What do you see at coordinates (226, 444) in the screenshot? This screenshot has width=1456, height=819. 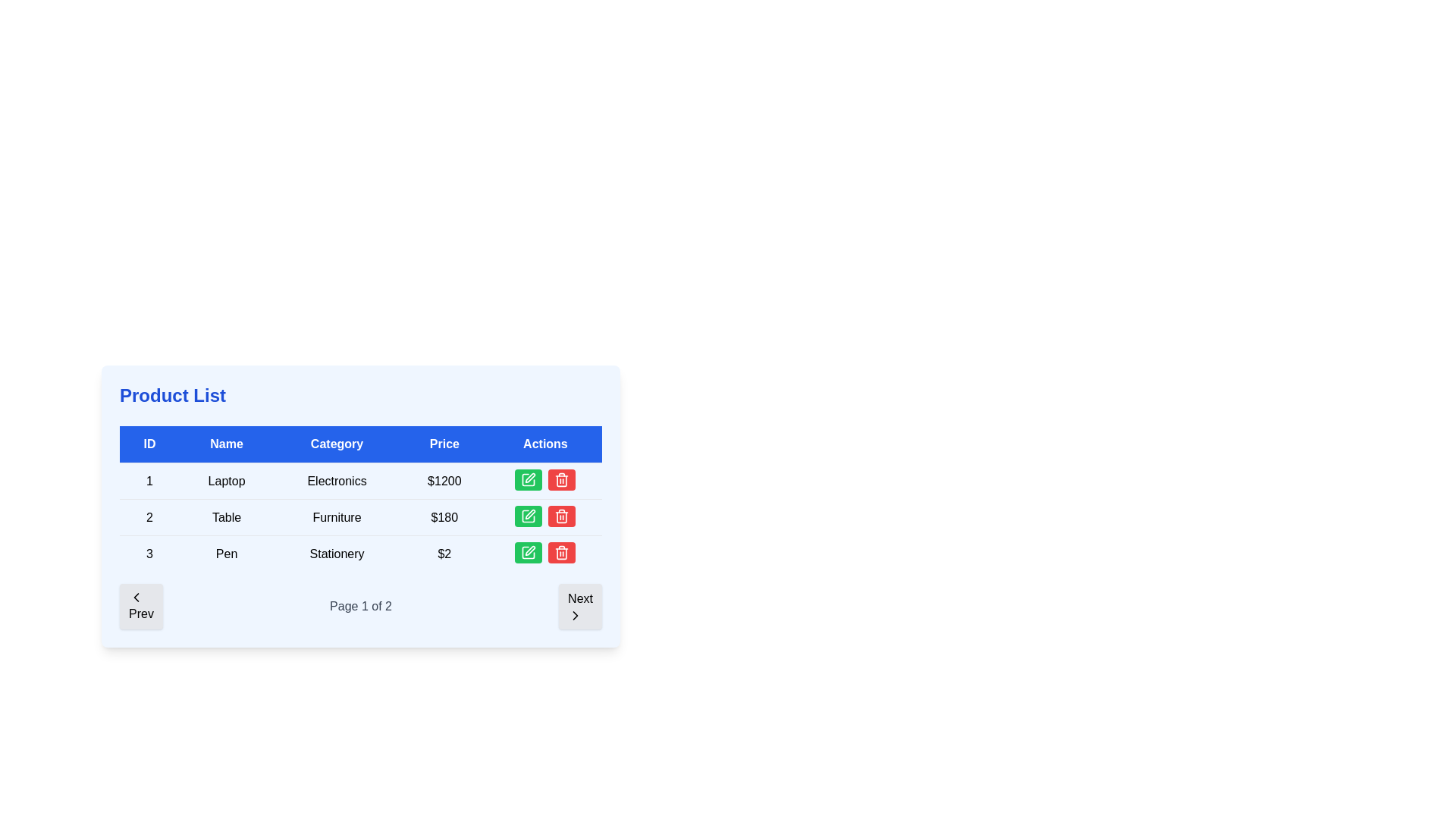 I see `the 'Name' static text label, which is a rectangular element with a blue background and bold, white text, located in the header section of a tabular layout between the 'ID' and 'Category' headers` at bounding box center [226, 444].